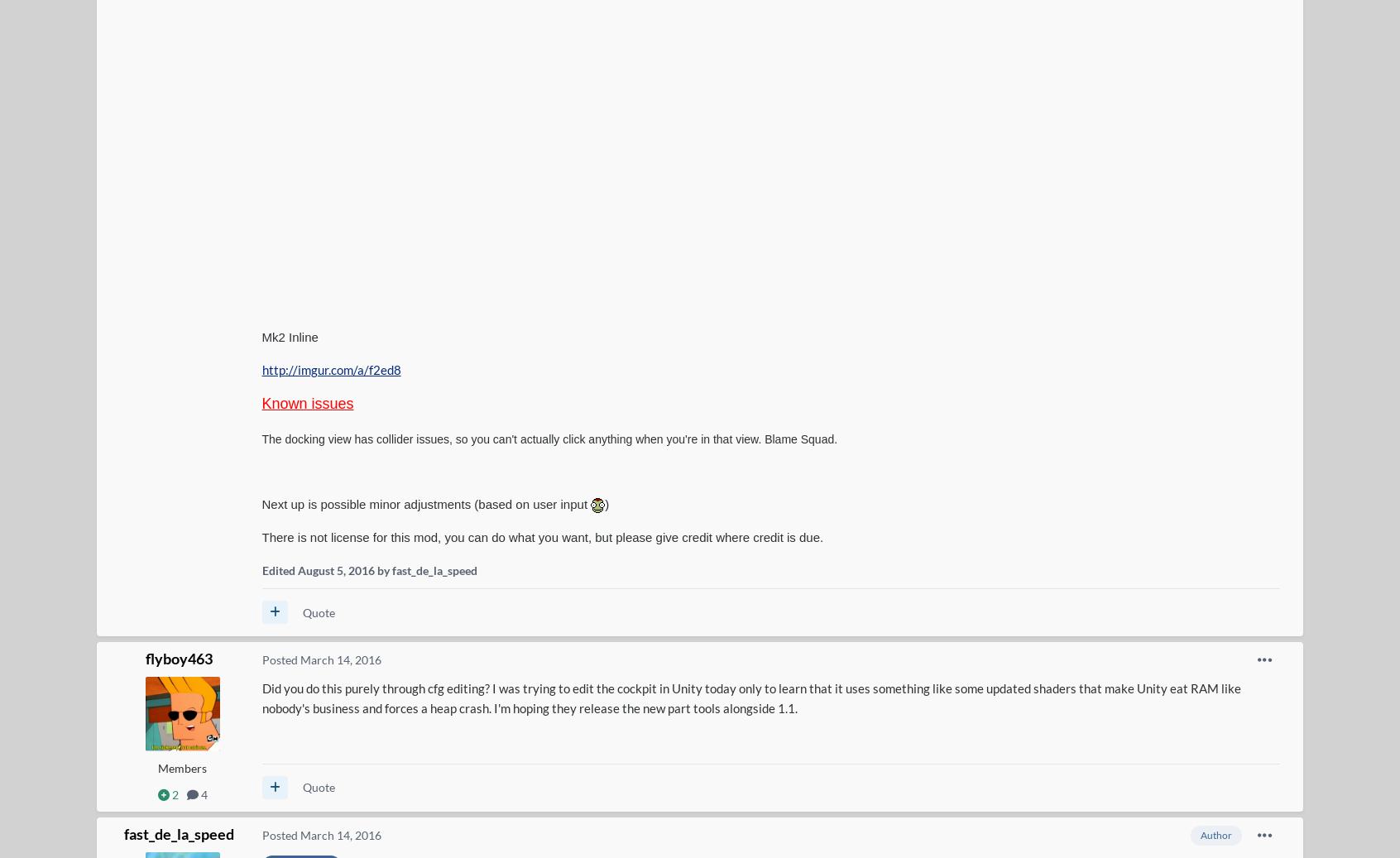 The image size is (1400, 858). What do you see at coordinates (307, 403) in the screenshot?
I see `'Known issues'` at bounding box center [307, 403].